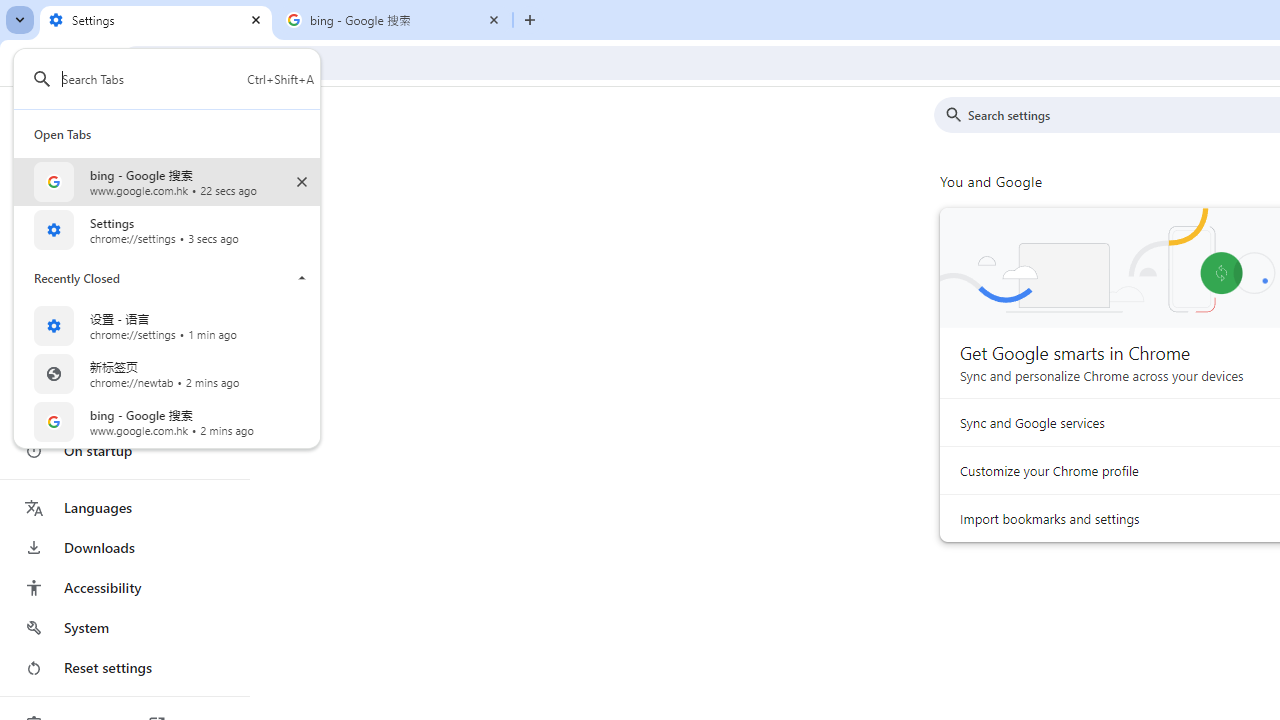 The height and width of the screenshot is (720, 1280). I want to click on 'Toggle Recently Closed Items', so click(301, 277).